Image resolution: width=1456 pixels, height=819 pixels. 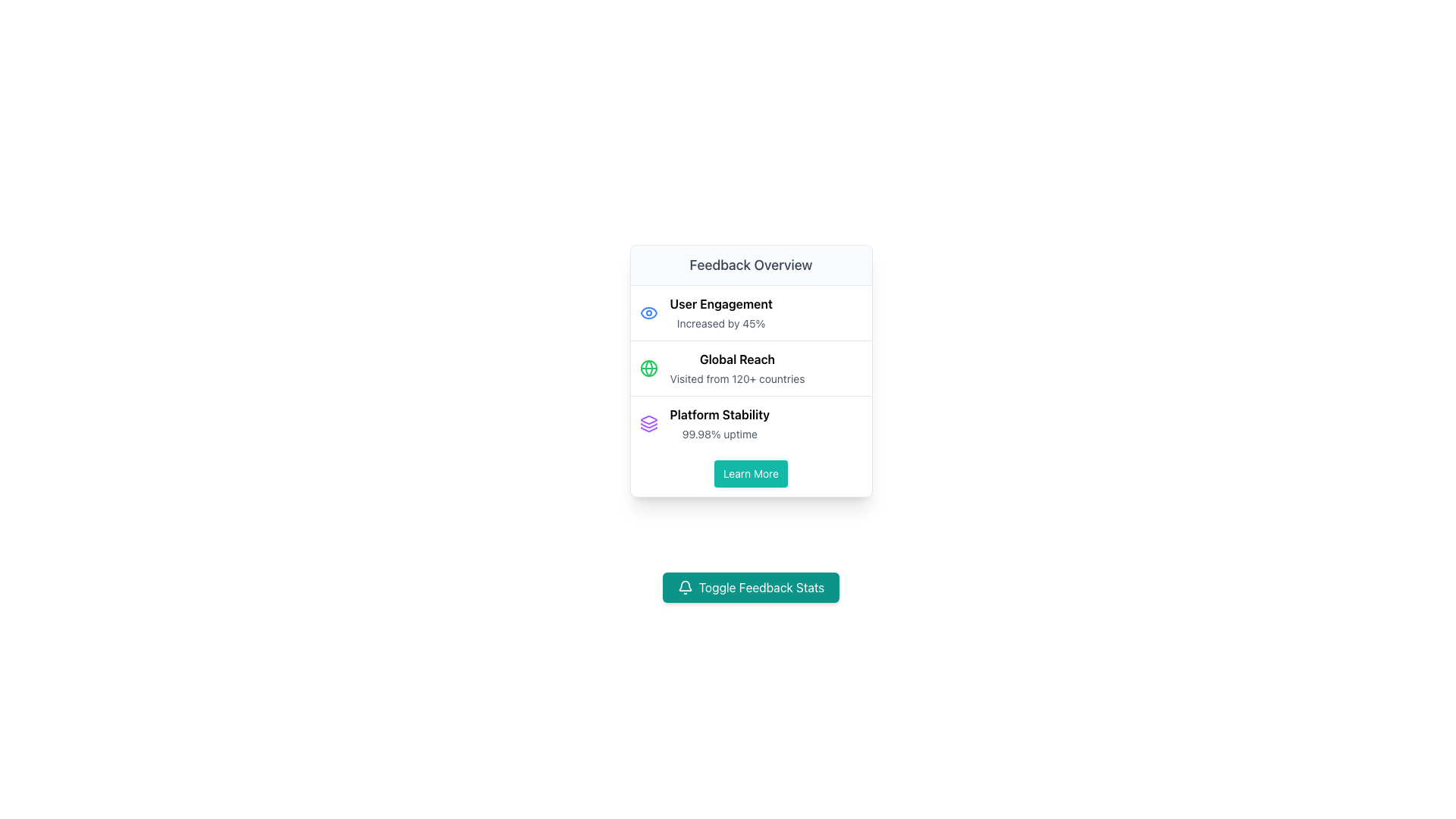 I want to click on the teal 'Learn More' button located at the bottom of the 'Feedback Overview' card, directly below the 'Platform Stability' section, so click(x=751, y=472).